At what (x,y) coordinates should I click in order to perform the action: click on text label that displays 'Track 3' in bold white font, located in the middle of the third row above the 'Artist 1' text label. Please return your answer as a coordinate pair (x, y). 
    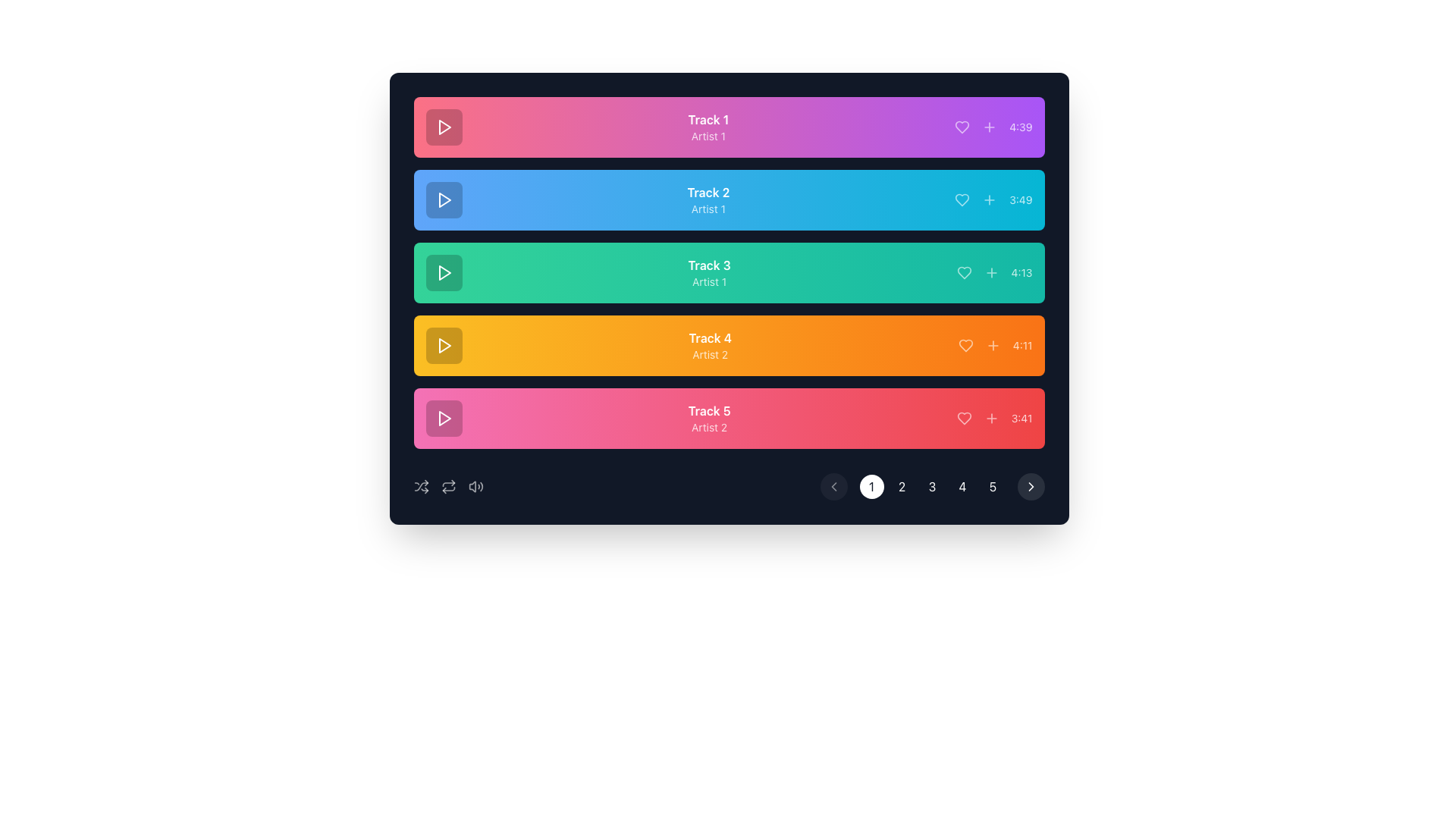
    Looking at the image, I should click on (708, 265).